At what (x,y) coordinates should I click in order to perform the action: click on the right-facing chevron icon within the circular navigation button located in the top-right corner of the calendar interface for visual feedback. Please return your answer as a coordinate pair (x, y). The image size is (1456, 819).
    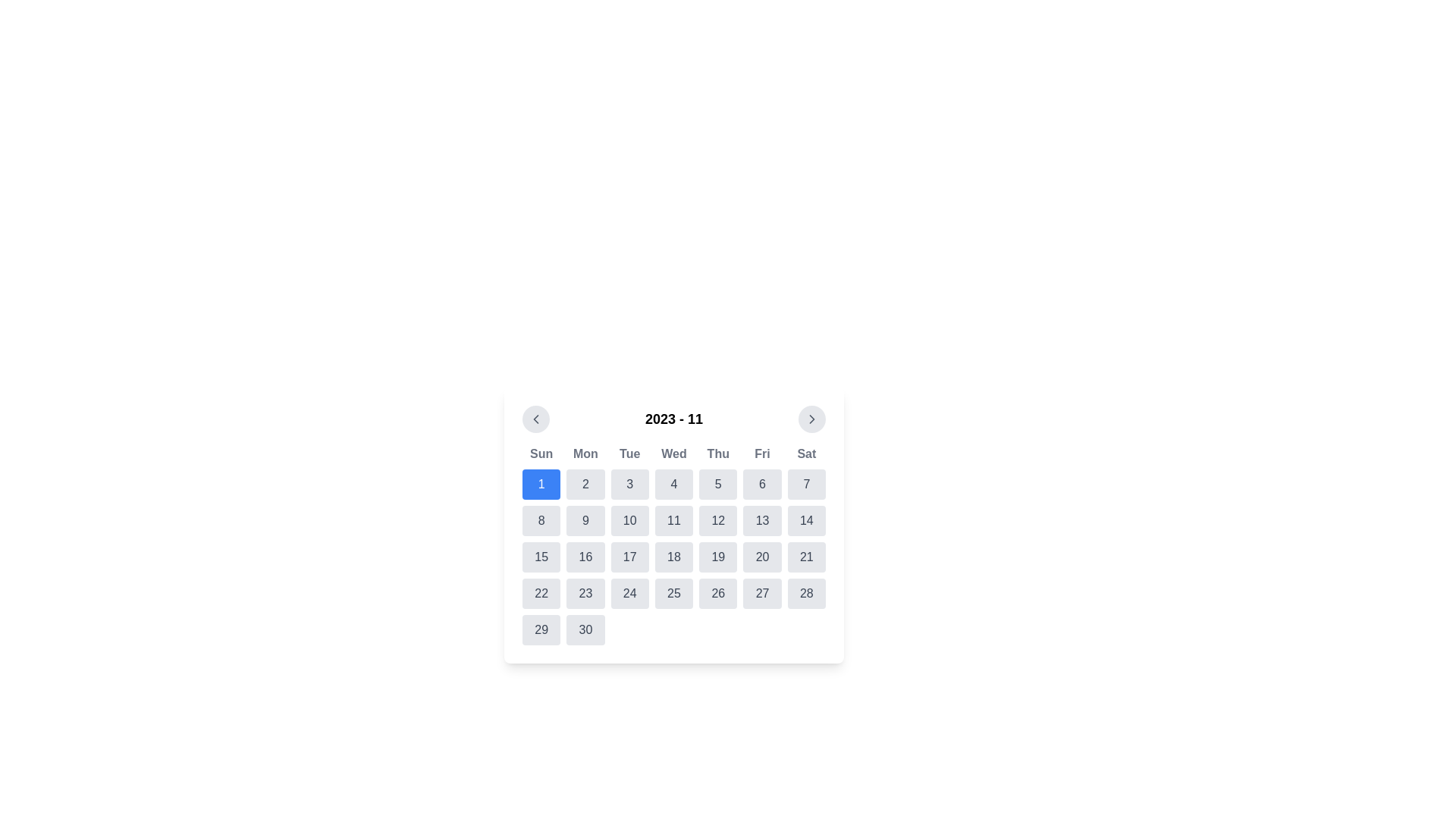
    Looking at the image, I should click on (811, 419).